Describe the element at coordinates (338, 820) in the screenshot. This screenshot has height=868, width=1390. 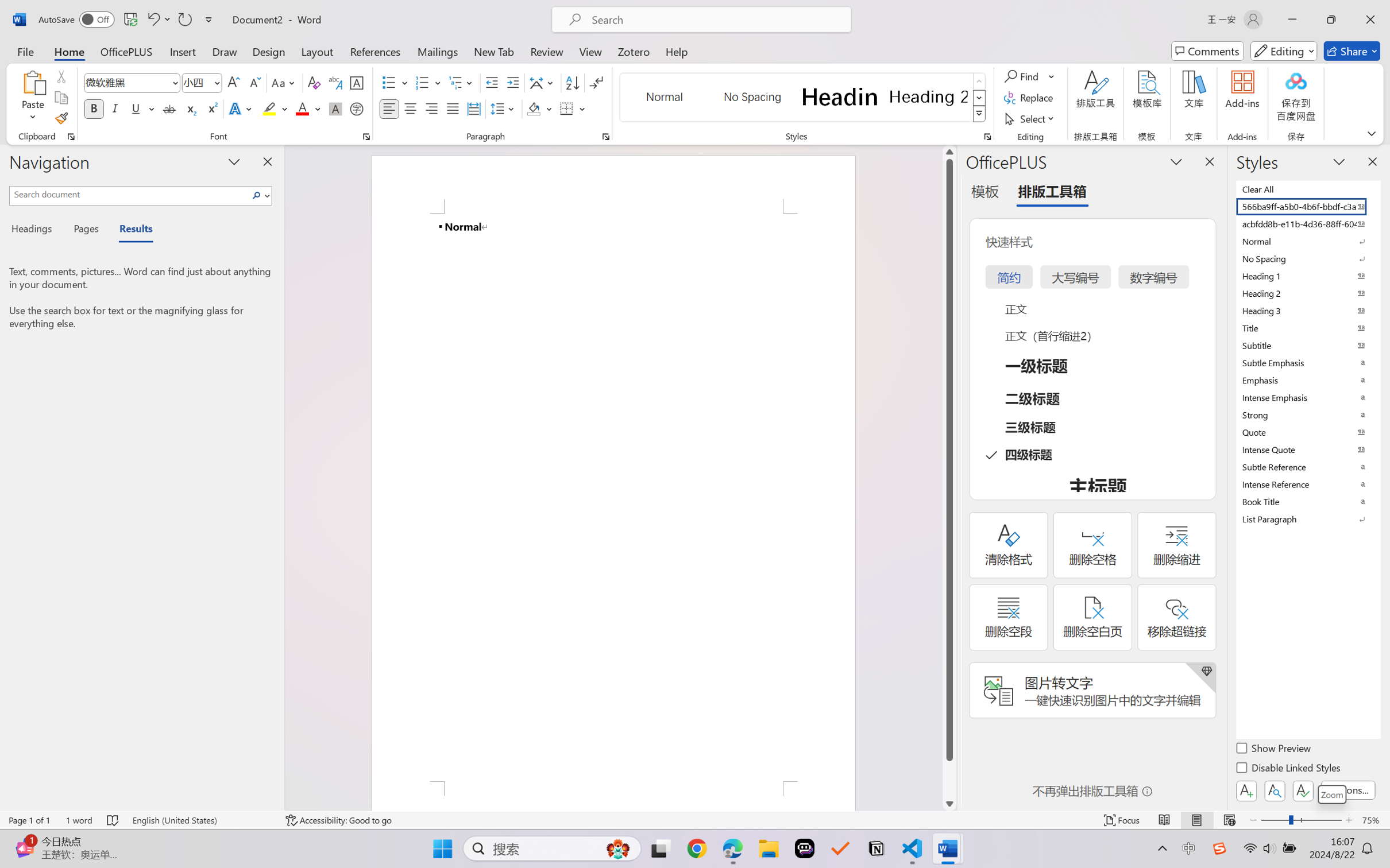
I see `'Accessibility Checker Accessibility: Good to go'` at that location.